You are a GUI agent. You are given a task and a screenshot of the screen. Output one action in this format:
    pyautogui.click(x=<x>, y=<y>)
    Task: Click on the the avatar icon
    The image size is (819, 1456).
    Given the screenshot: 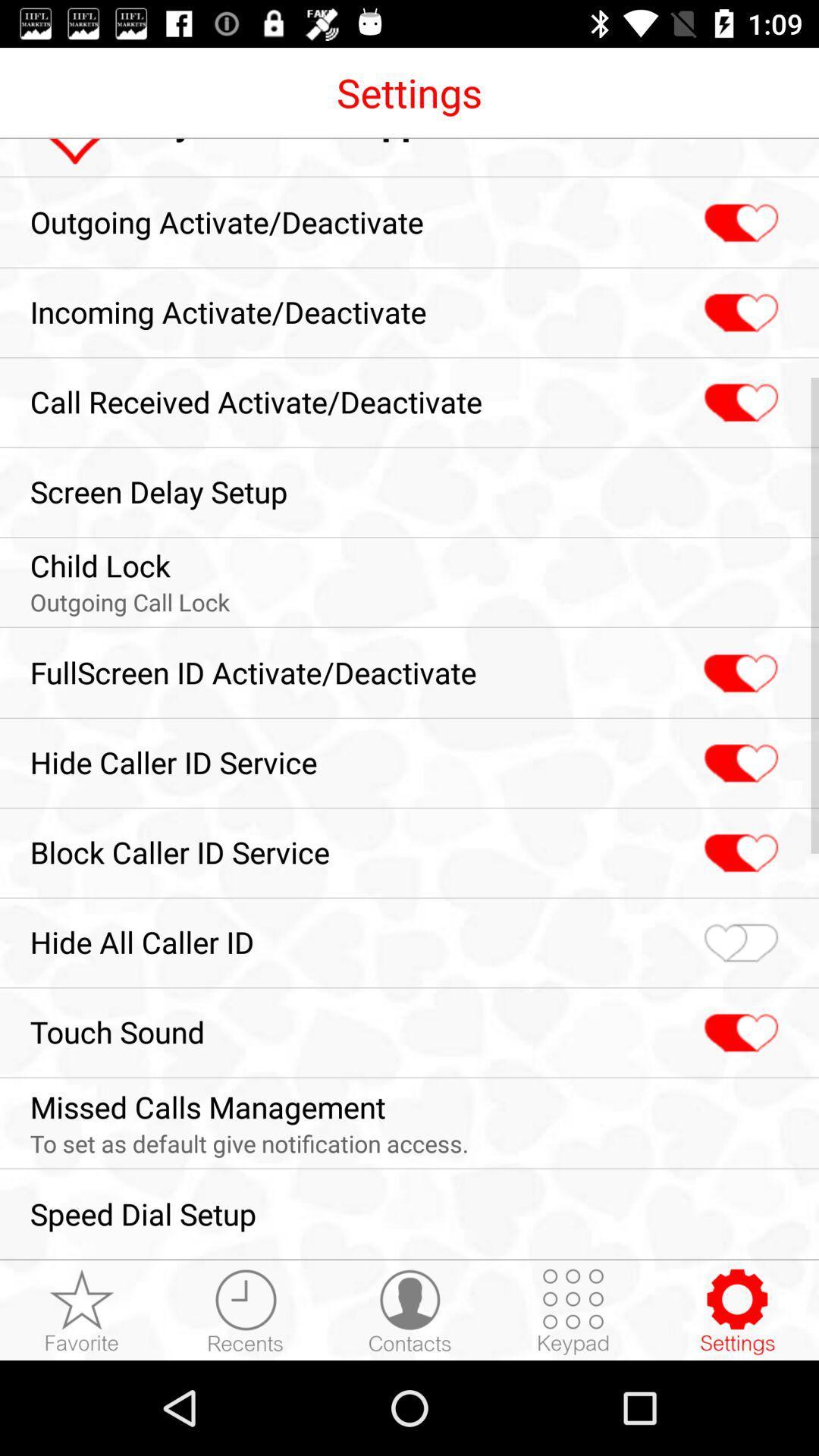 What is the action you would take?
    pyautogui.click(x=409, y=1310)
    